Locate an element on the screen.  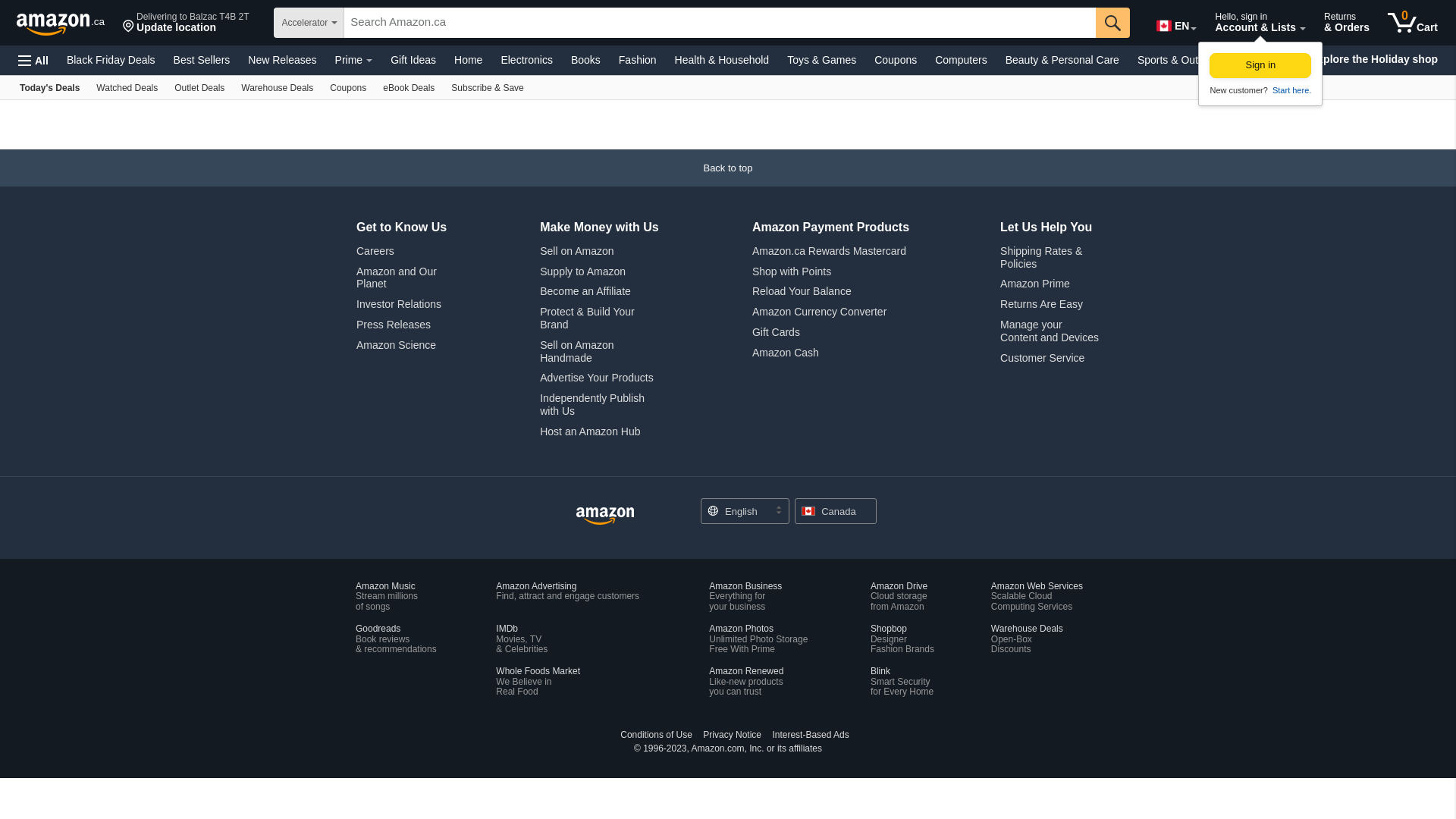
'eBook Deals' is located at coordinates (375, 87).